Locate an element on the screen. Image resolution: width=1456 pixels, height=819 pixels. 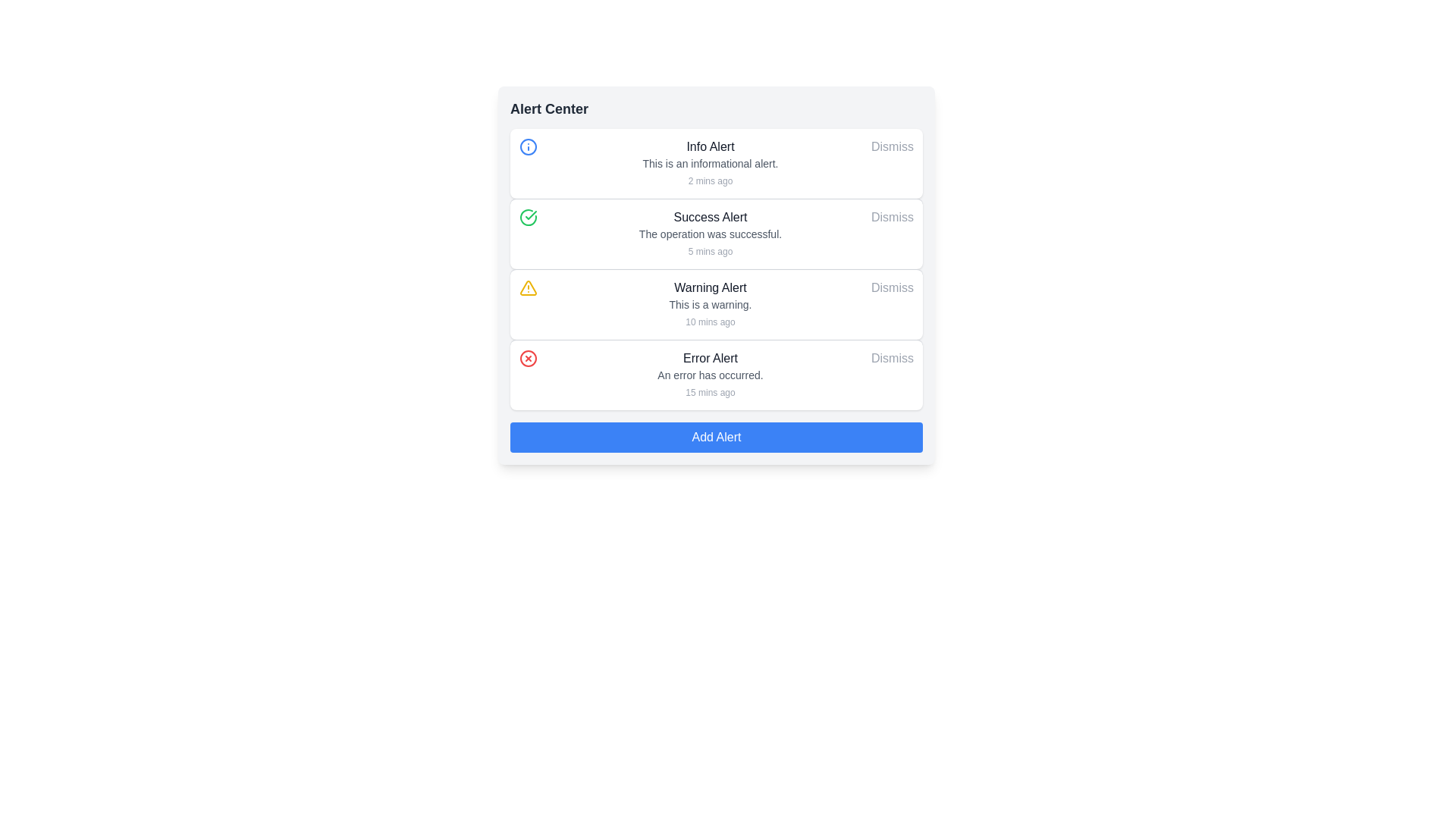
the semi-circular shape that forms part of the checkmark icon inside the 'Success Alert' row in the 'Alert Center' is located at coordinates (528, 217).